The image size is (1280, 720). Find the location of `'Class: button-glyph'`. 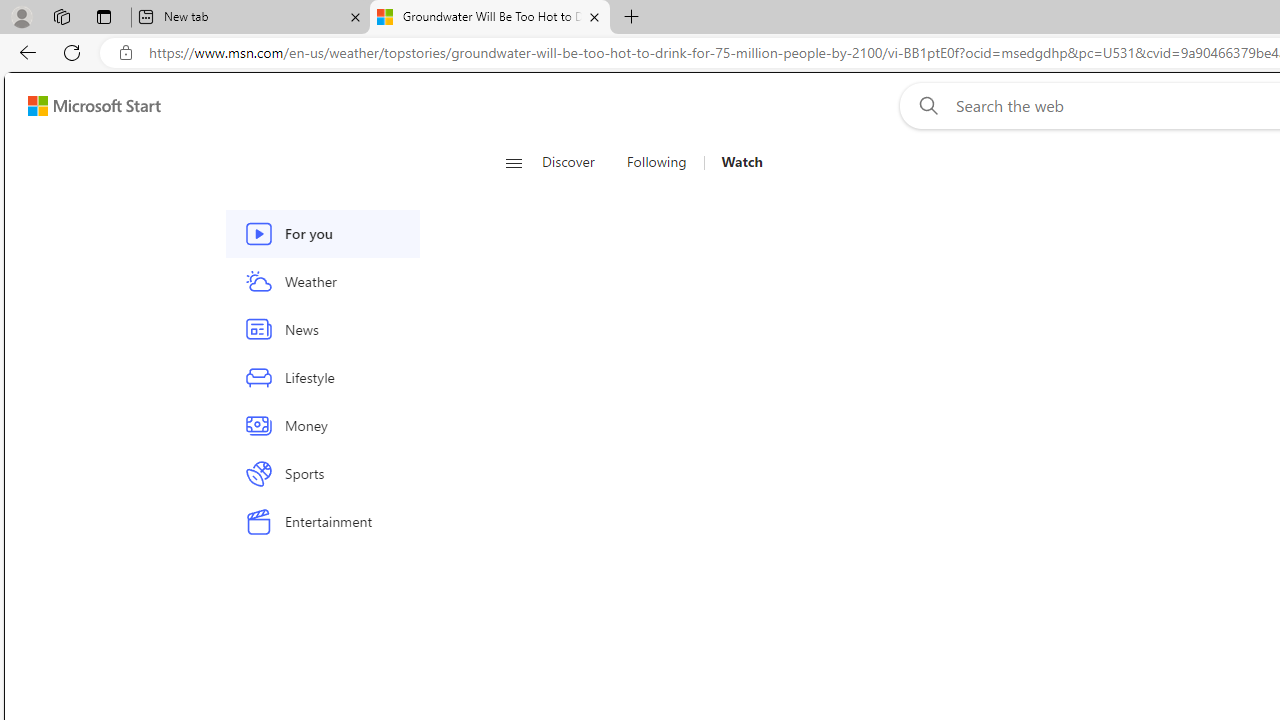

'Class: button-glyph' is located at coordinates (513, 162).